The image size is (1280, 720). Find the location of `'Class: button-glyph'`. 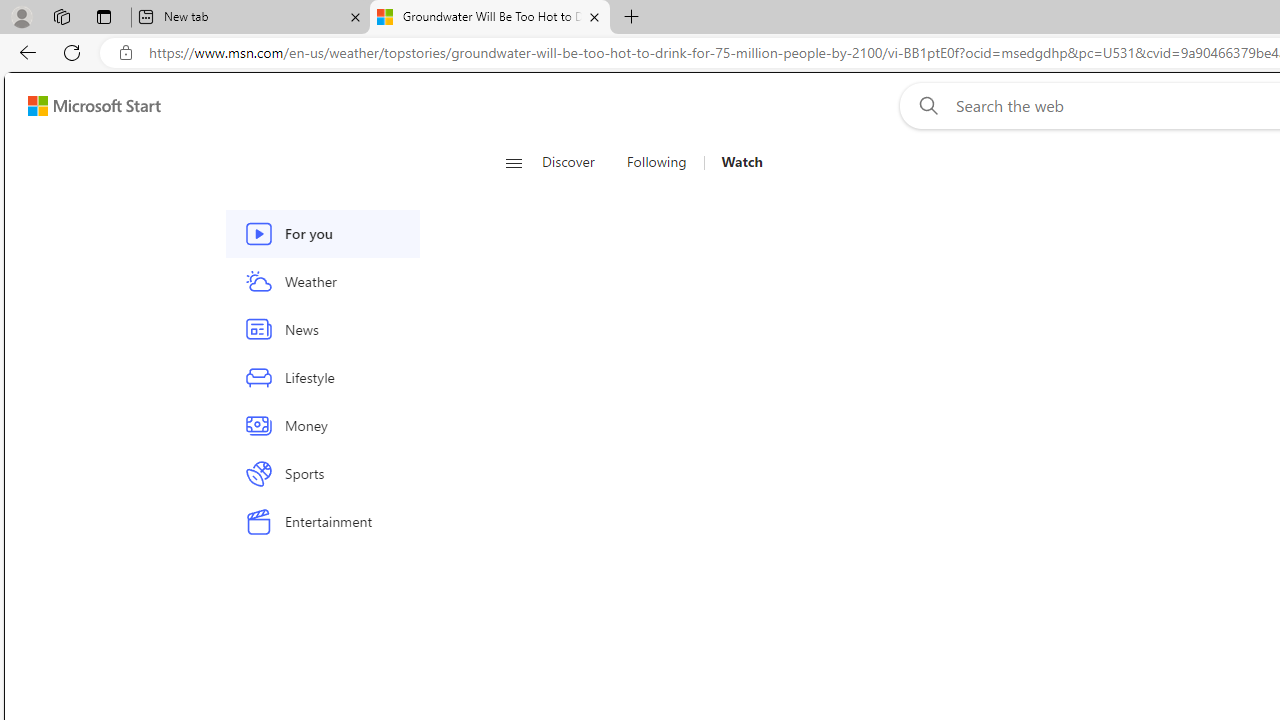

'Class: button-glyph' is located at coordinates (513, 162).